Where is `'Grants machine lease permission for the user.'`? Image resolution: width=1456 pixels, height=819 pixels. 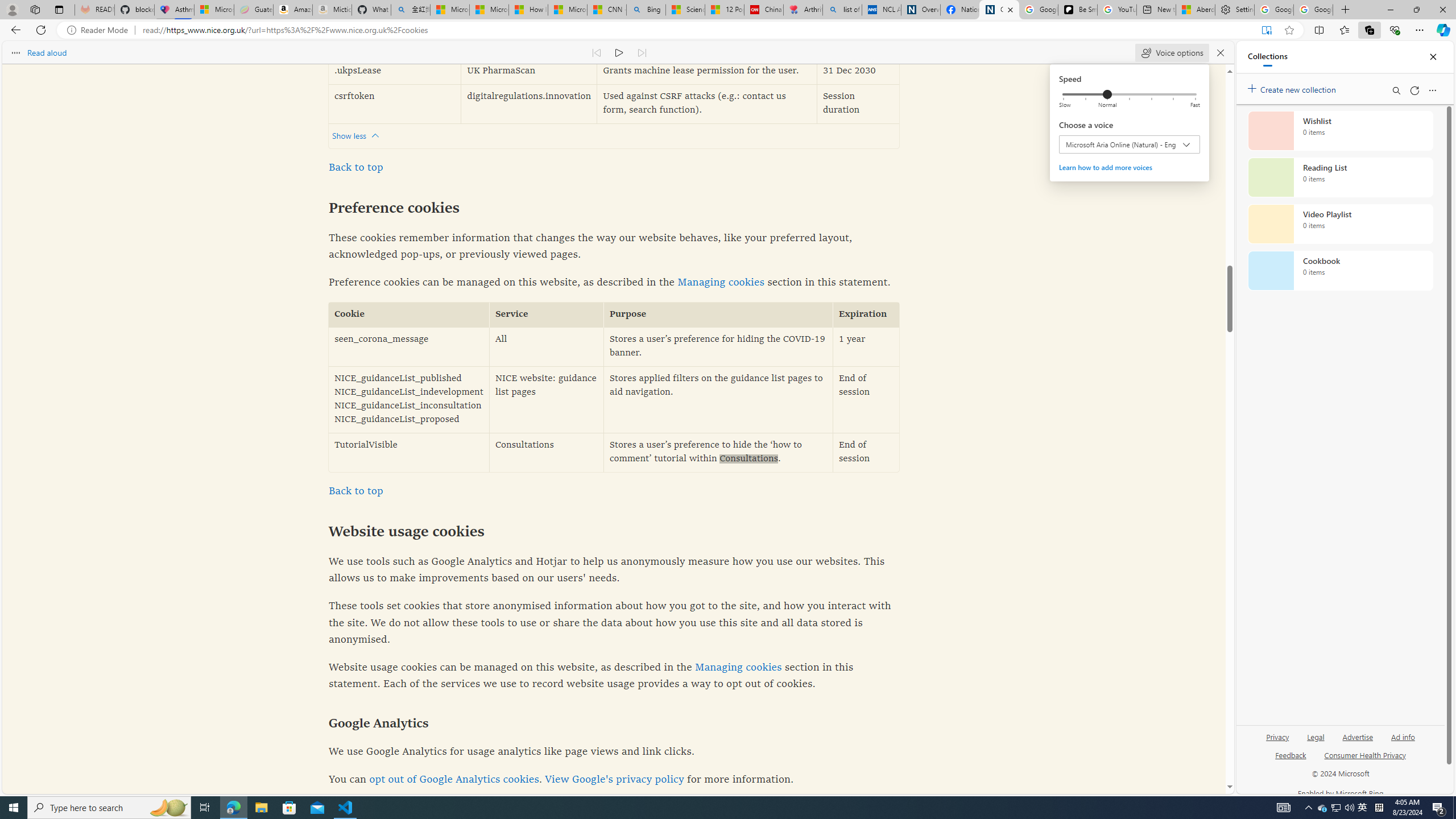
'Grants machine lease permission for the user.' is located at coordinates (706, 71).